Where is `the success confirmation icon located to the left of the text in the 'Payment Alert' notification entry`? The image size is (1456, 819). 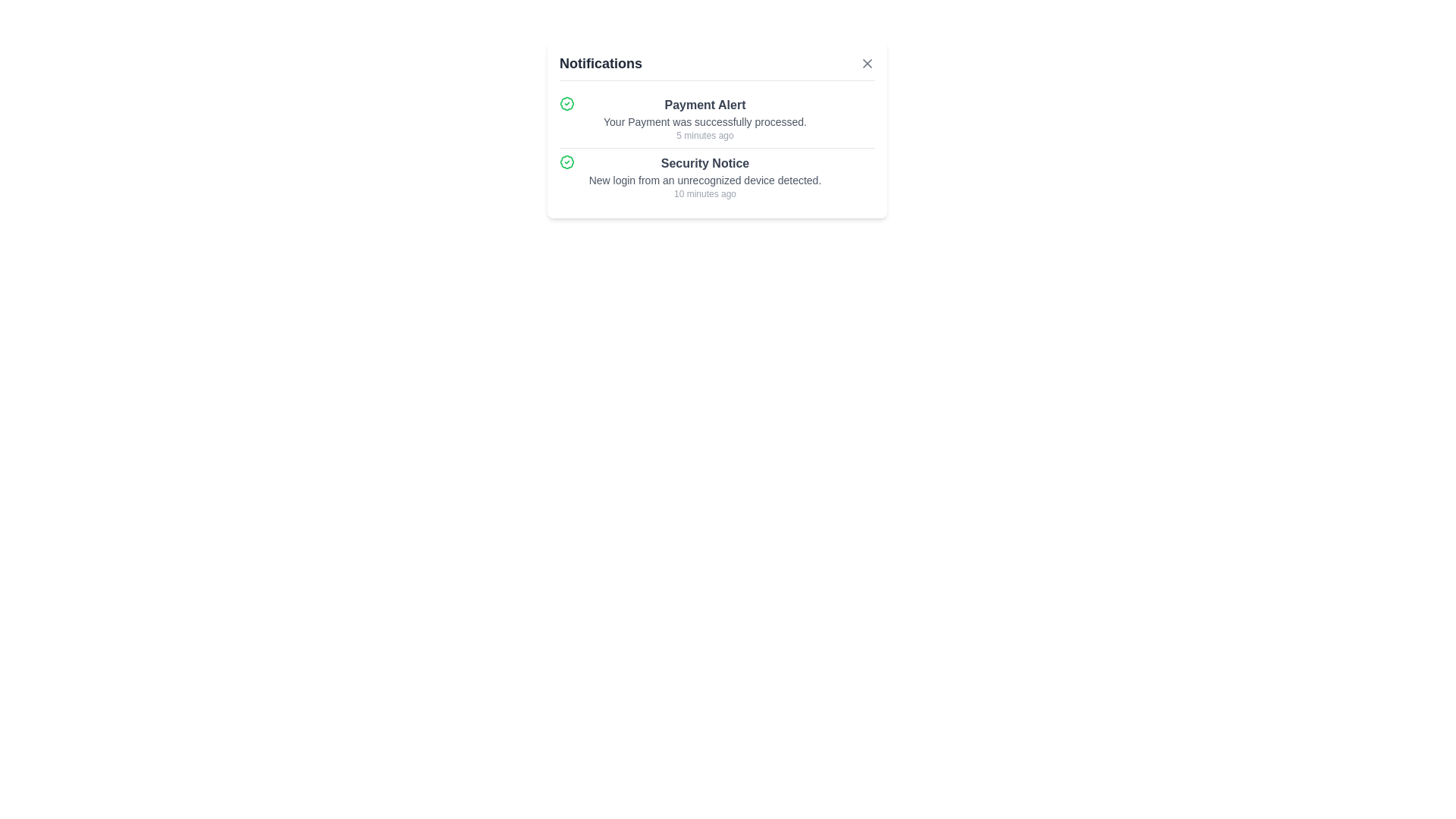
the success confirmation icon located to the left of the text in the 'Payment Alert' notification entry is located at coordinates (566, 103).